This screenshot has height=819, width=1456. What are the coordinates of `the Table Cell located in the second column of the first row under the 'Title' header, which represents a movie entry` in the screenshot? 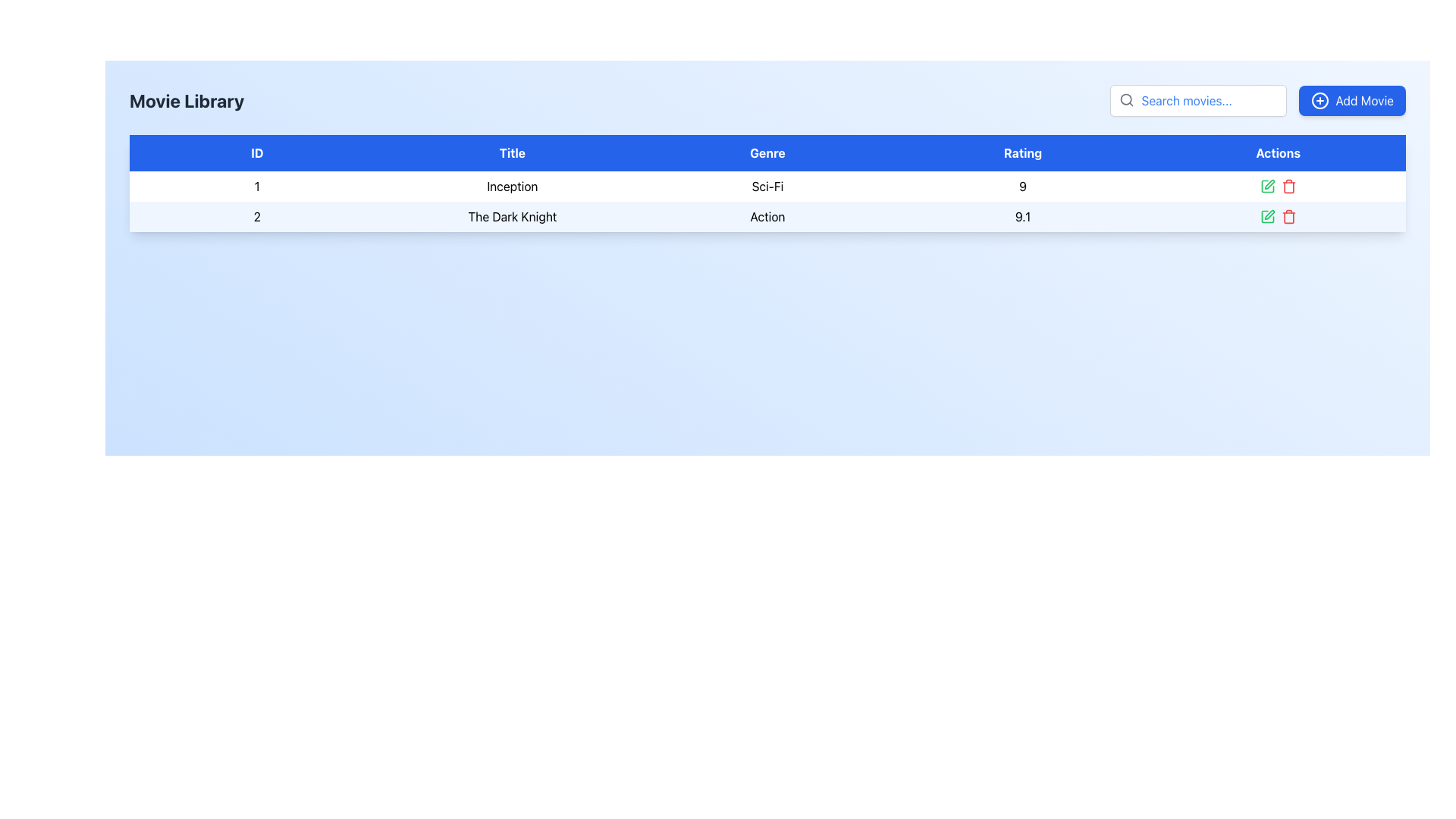 It's located at (512, 186).